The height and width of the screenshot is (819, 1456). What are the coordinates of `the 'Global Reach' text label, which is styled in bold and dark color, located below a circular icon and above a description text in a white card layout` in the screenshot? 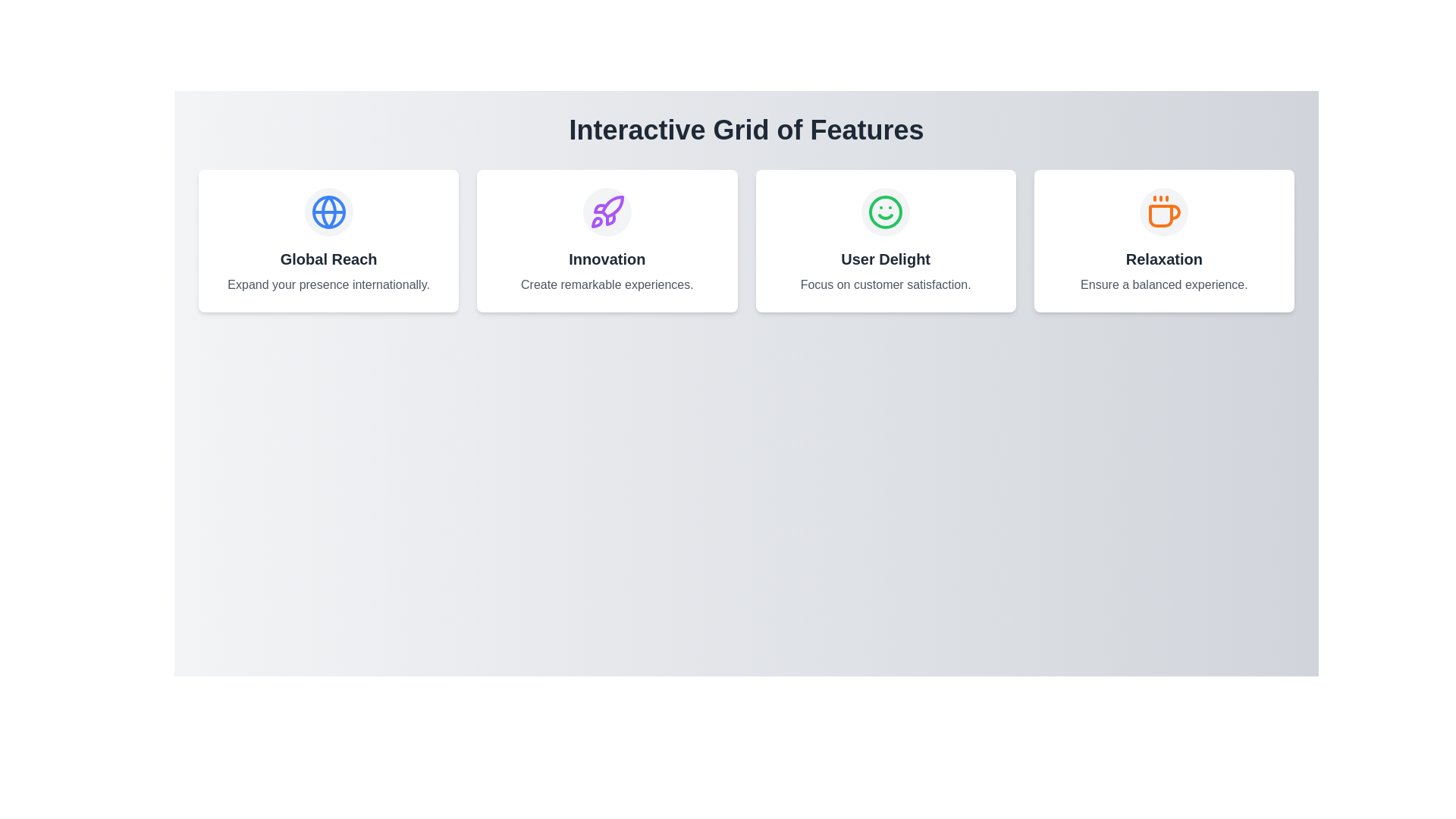 It's located at (328, 259).